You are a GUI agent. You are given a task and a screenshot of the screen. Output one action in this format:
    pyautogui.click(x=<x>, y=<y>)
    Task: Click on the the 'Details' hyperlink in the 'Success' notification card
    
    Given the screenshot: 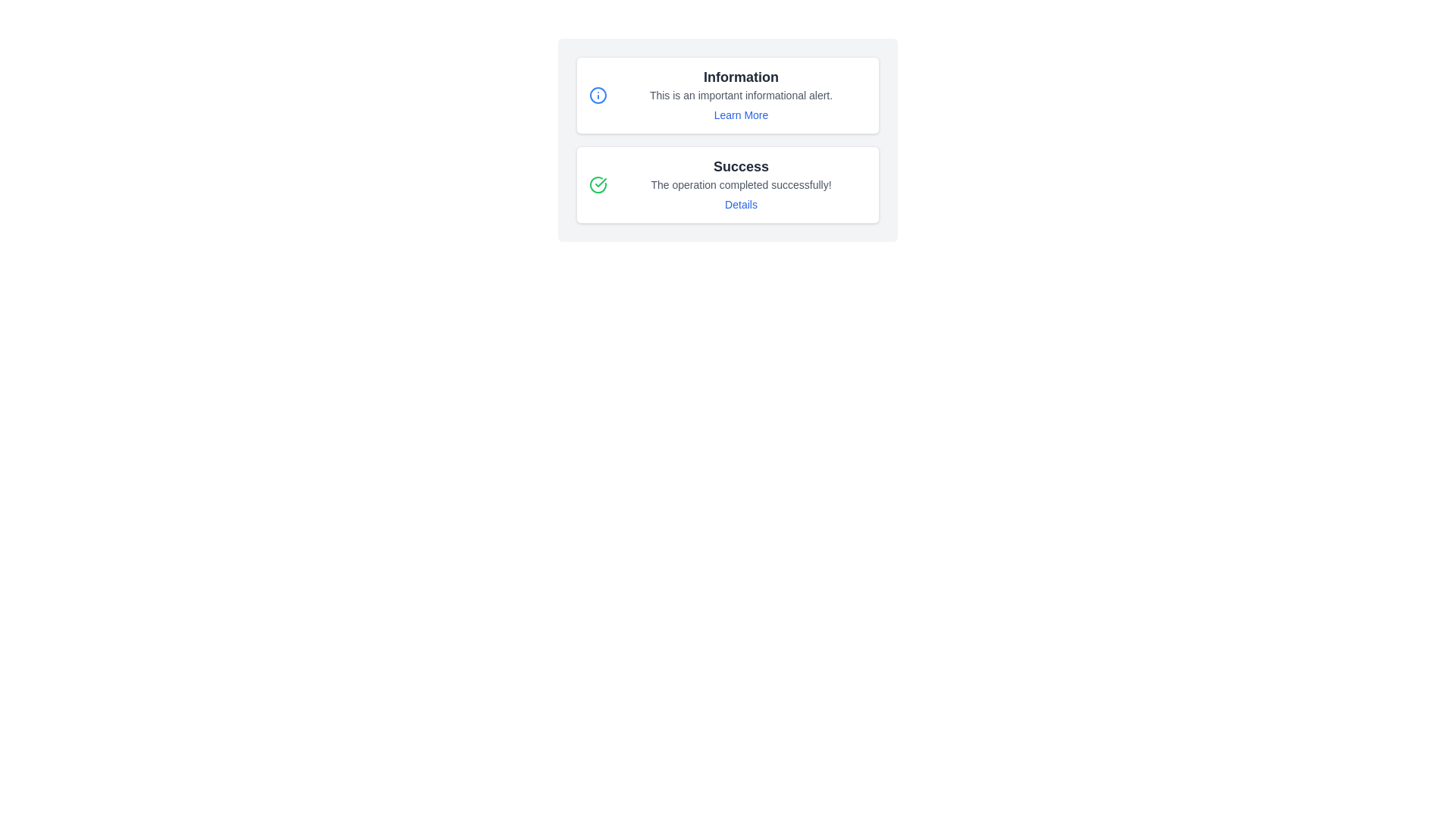 What is the action you would take?
    pyautogui.click(x=741, y=205)
    